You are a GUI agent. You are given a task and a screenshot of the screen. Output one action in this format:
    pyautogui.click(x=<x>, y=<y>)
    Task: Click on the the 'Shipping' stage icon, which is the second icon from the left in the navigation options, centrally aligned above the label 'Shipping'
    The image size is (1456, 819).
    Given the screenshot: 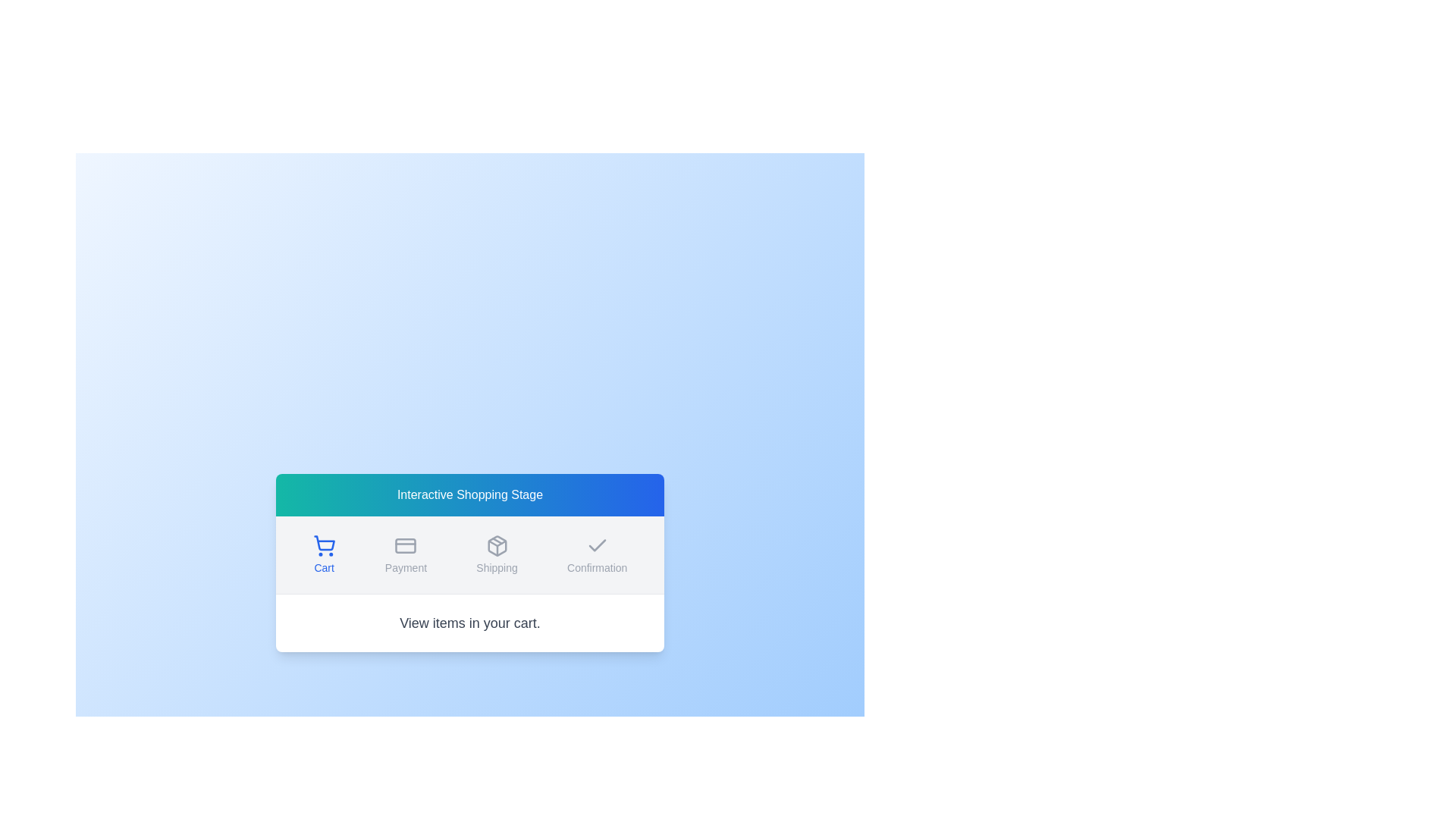 What is the action you would take?
    pyautogui.click(x=497, y=544)
    